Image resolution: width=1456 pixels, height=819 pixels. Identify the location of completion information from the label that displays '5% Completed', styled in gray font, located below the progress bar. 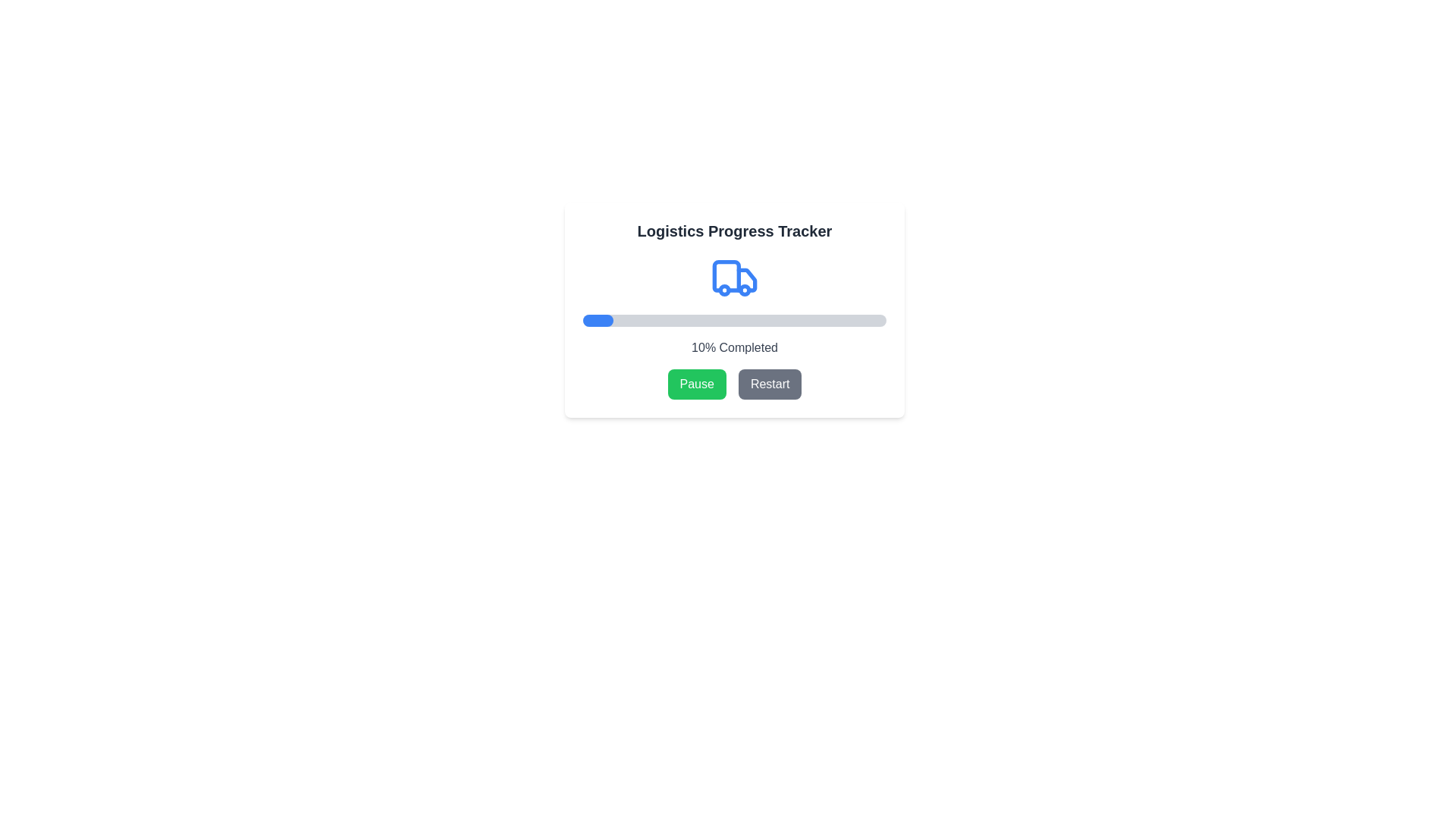
(735, 348).